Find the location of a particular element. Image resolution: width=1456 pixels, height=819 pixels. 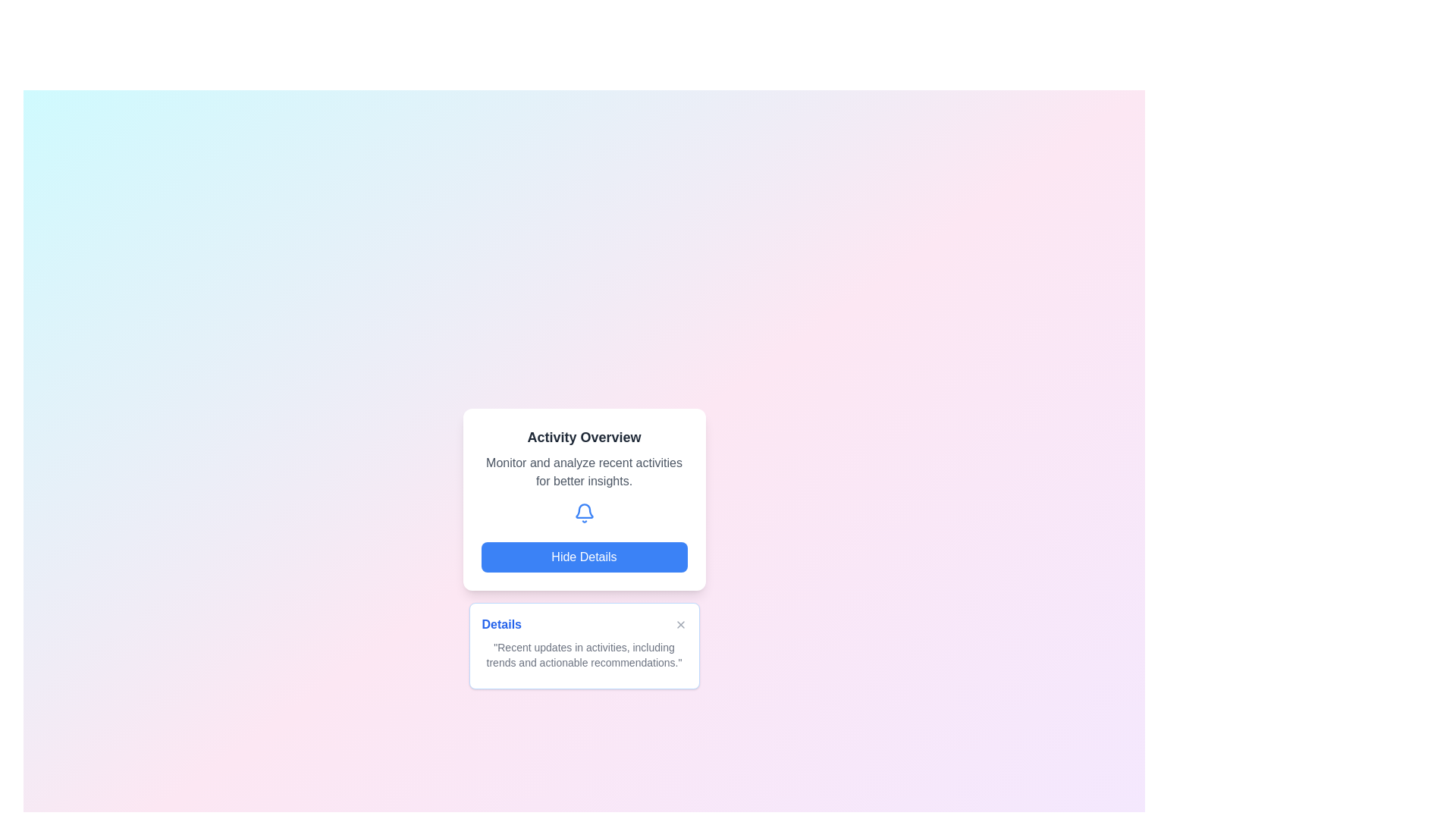

the close button located in the top-right corner of the 'Details' section is located at coordinates (679, 625).